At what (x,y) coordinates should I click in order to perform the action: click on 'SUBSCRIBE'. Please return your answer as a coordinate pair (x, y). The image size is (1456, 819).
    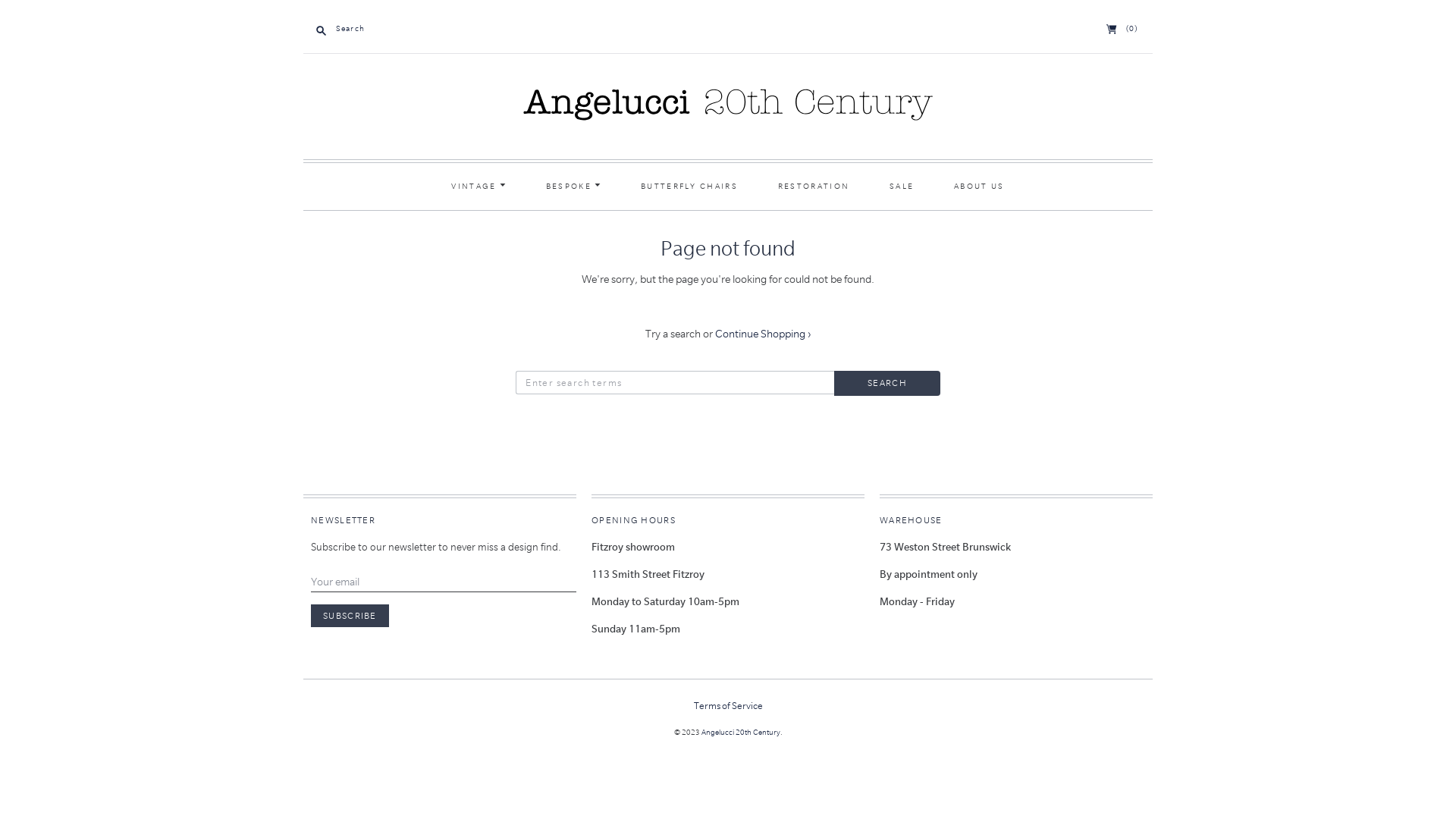
    Looking at the image, I should click on (349, 616).